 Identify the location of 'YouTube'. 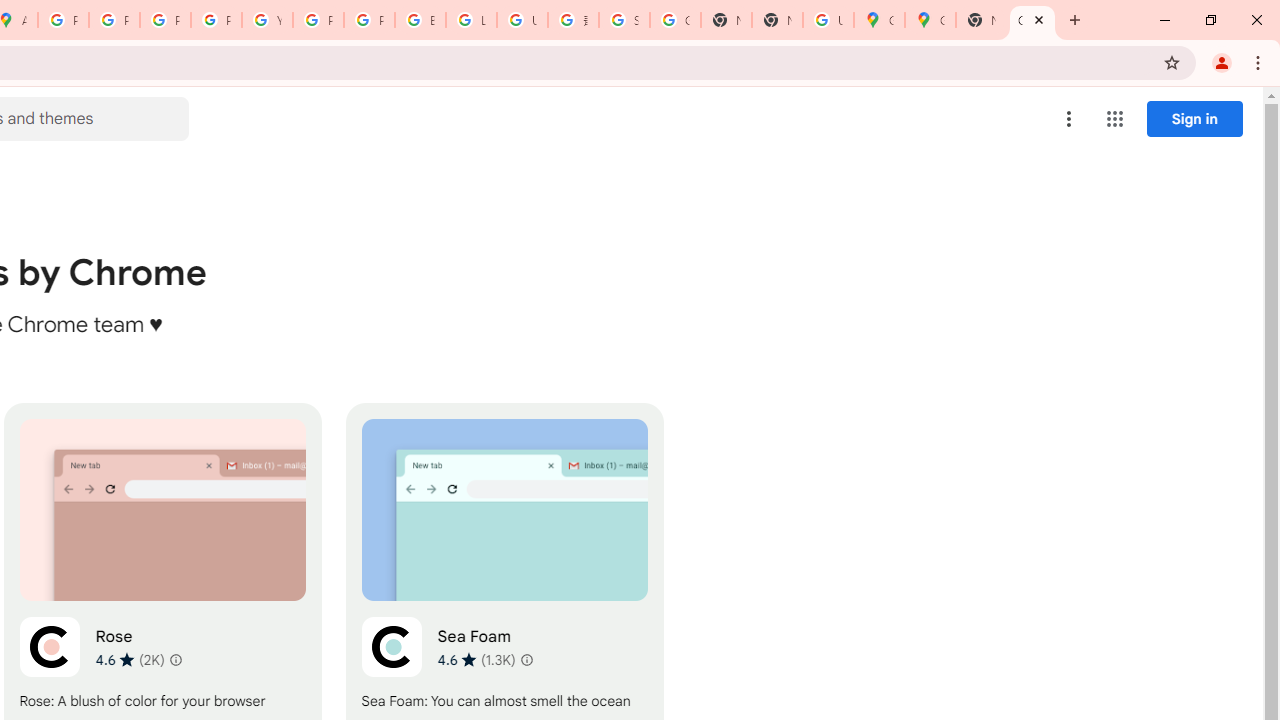
(266, 20).